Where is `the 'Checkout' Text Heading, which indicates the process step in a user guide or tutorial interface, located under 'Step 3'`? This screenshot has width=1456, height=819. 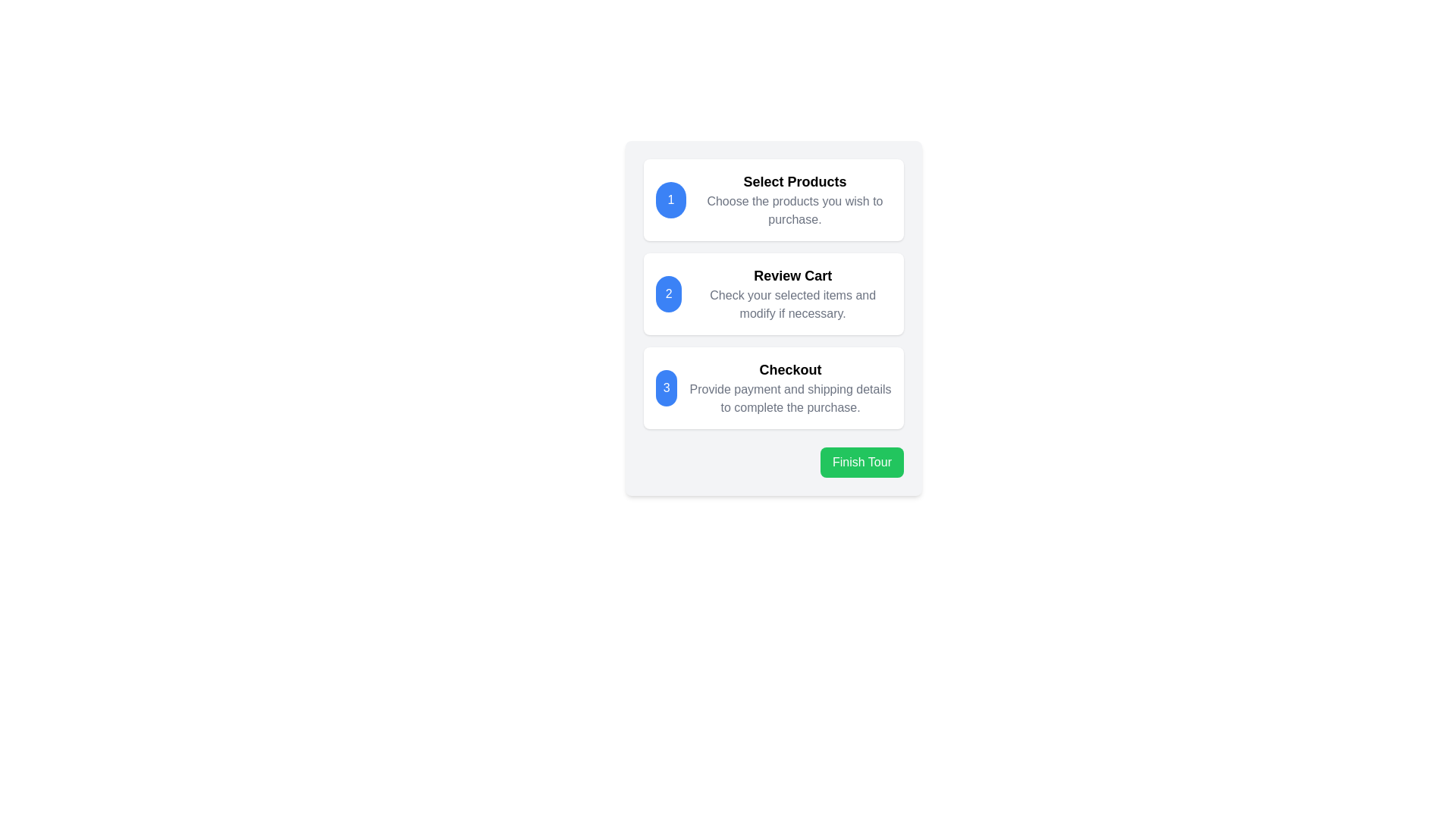 the 'Checkout' Text Heading, which indicates the process step in a user guide or tutorial interface, located under 'Step 3' is located at coordinates (789, 370).